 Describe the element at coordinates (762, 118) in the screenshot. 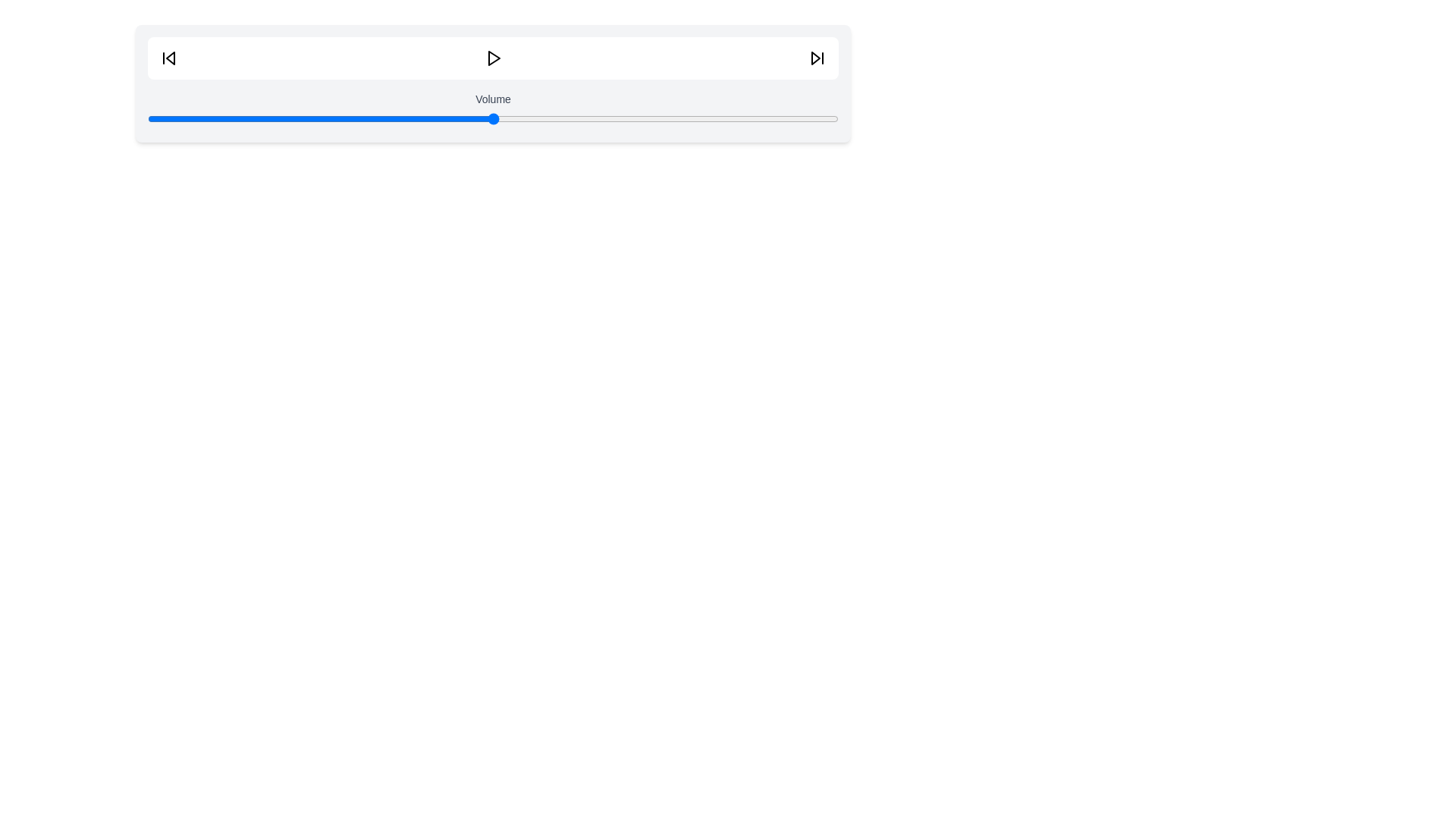

I see `the volume level` at that location.